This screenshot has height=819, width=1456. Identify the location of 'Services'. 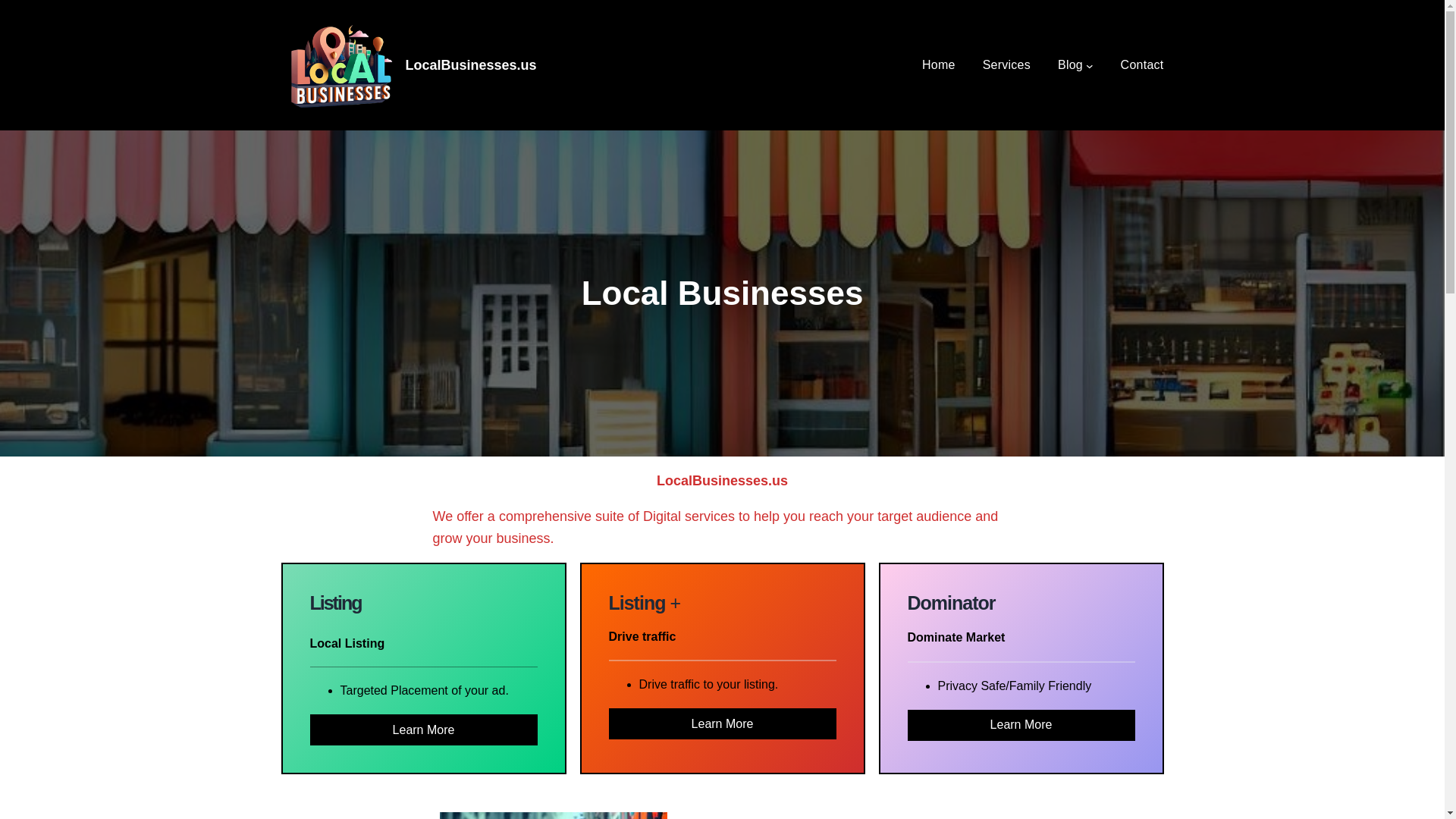
(1006, 64).